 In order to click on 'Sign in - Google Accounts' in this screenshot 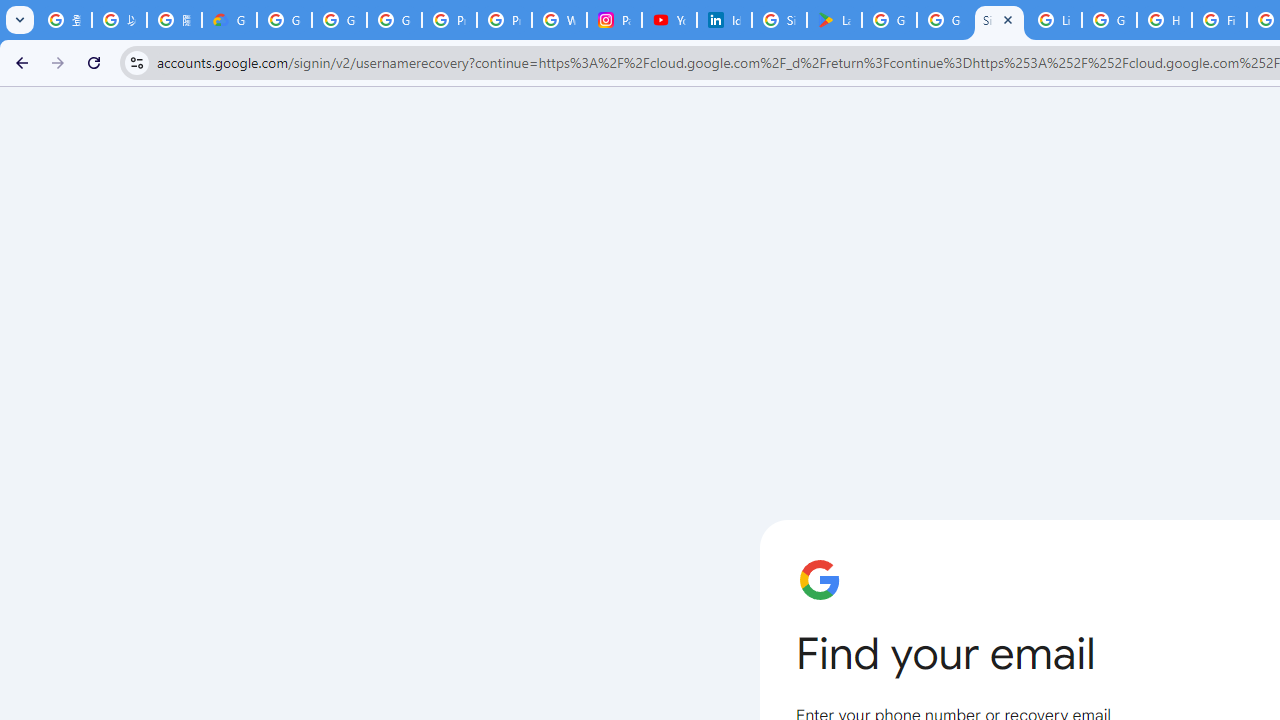, I will do `click(999, 20)`.